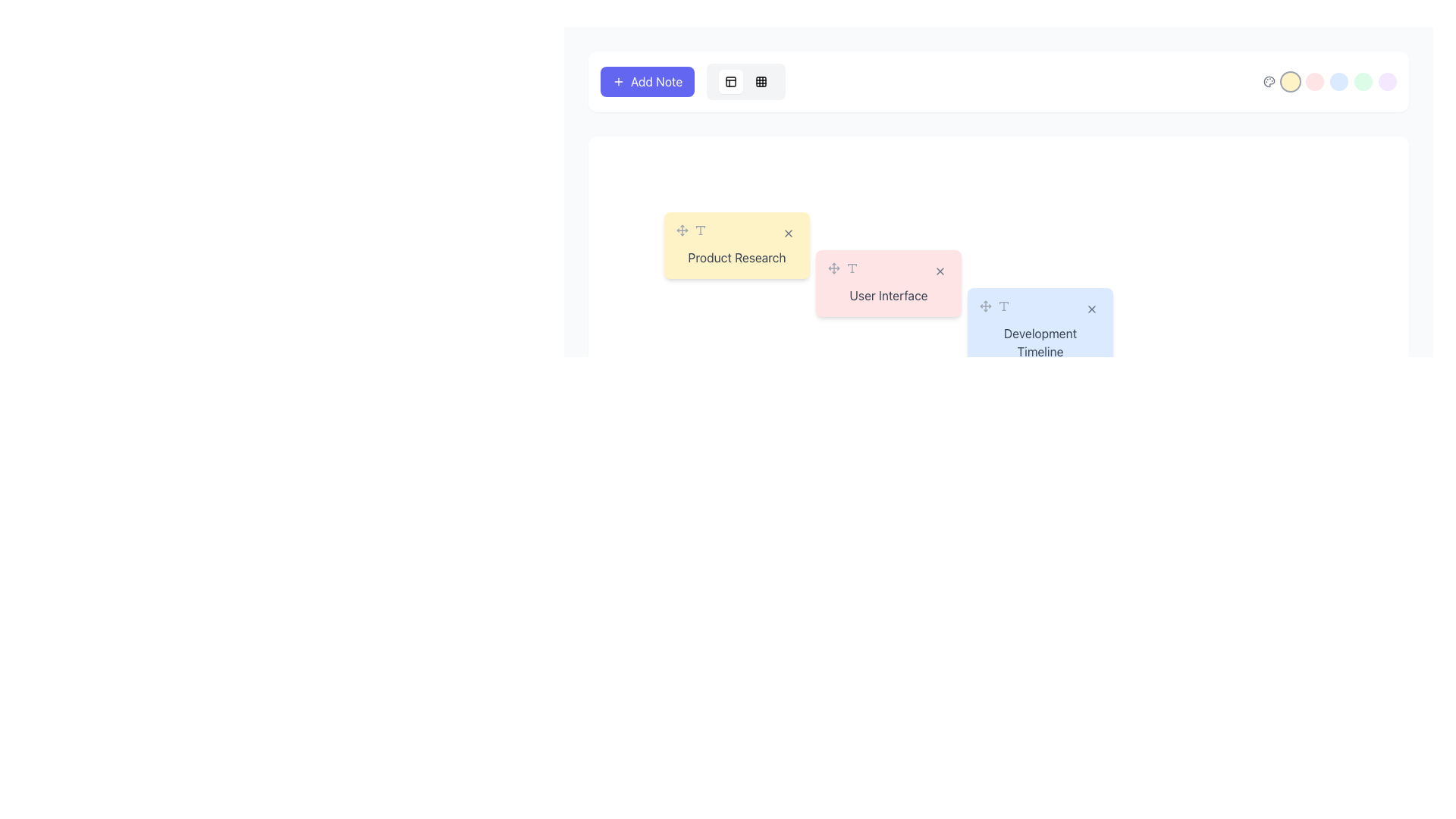  What do you see at coordinates (1004, 306) in the screenshot?
I see `the last icon in the horizontal row of icons near the top-right corner of the 'Development Timeline' box` at bounding box center [1004, 306].